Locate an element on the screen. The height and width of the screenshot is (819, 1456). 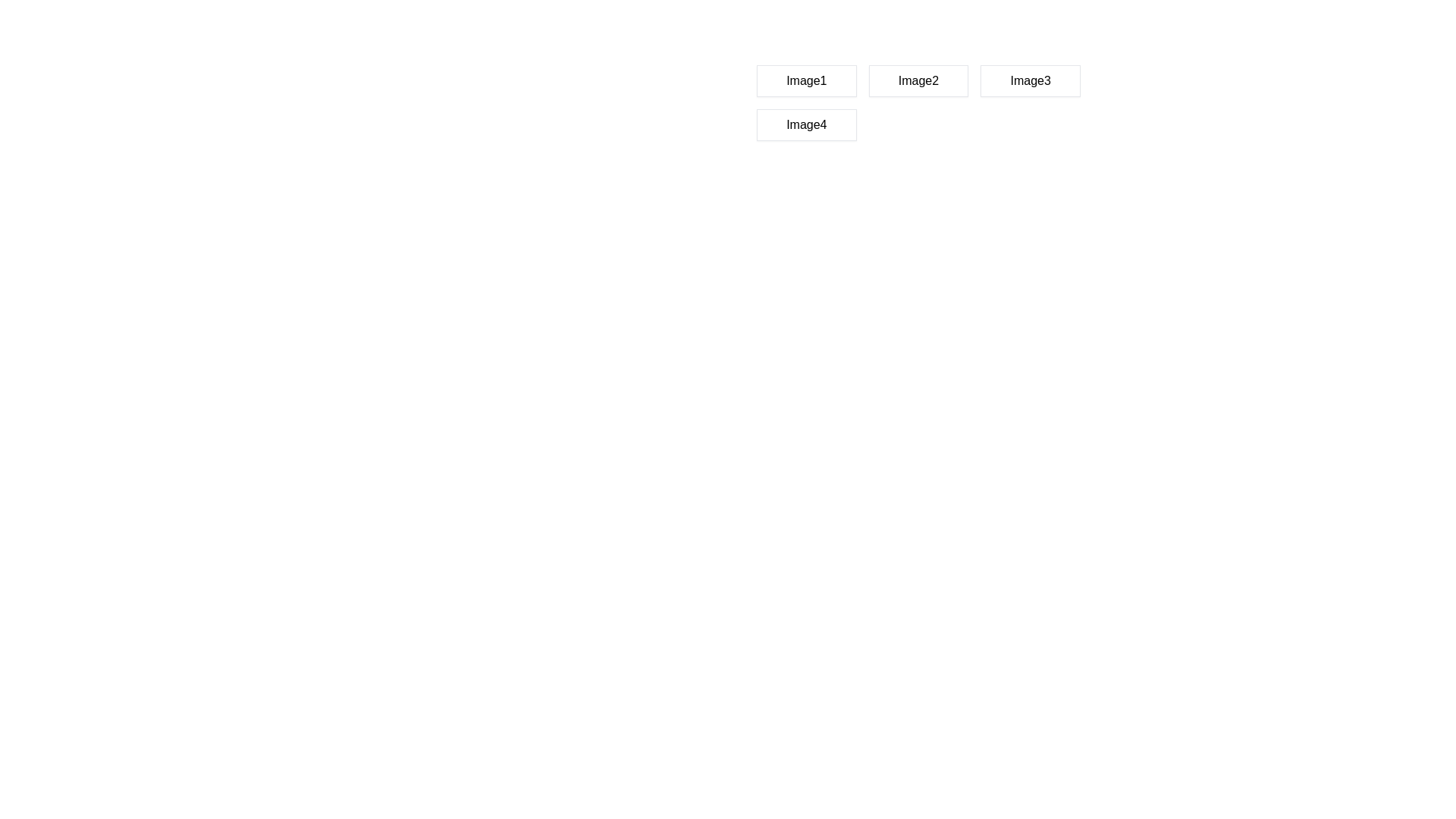
the rectangular button labeled 'Image4' with a light gray border and shadow, located is located at coordinates (805, 124).